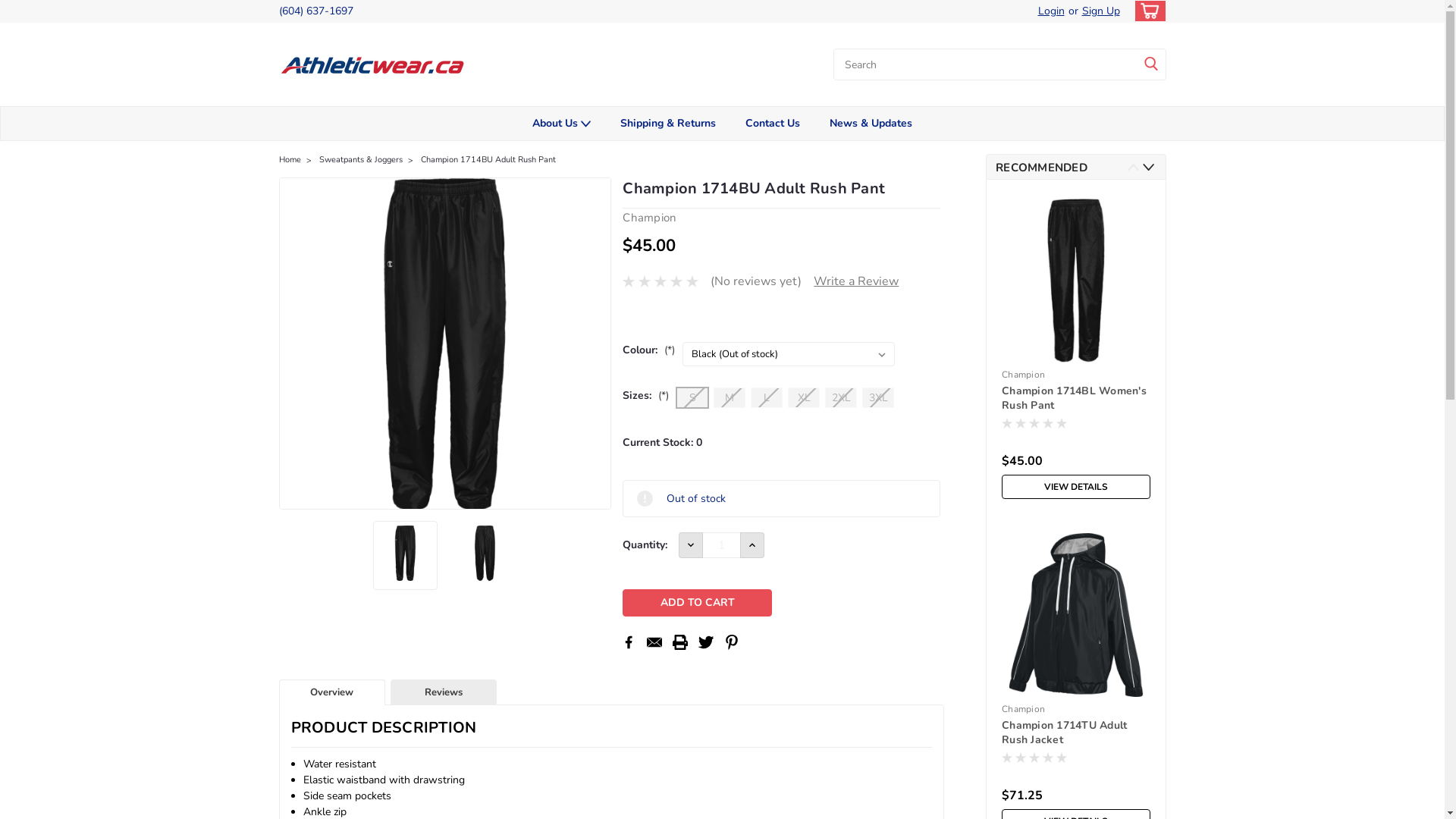 The height and width of the screenshot is (819, 1456). I want to click on 'Champion 1714TU Adult Rush Jacket', so click(1075, 733).